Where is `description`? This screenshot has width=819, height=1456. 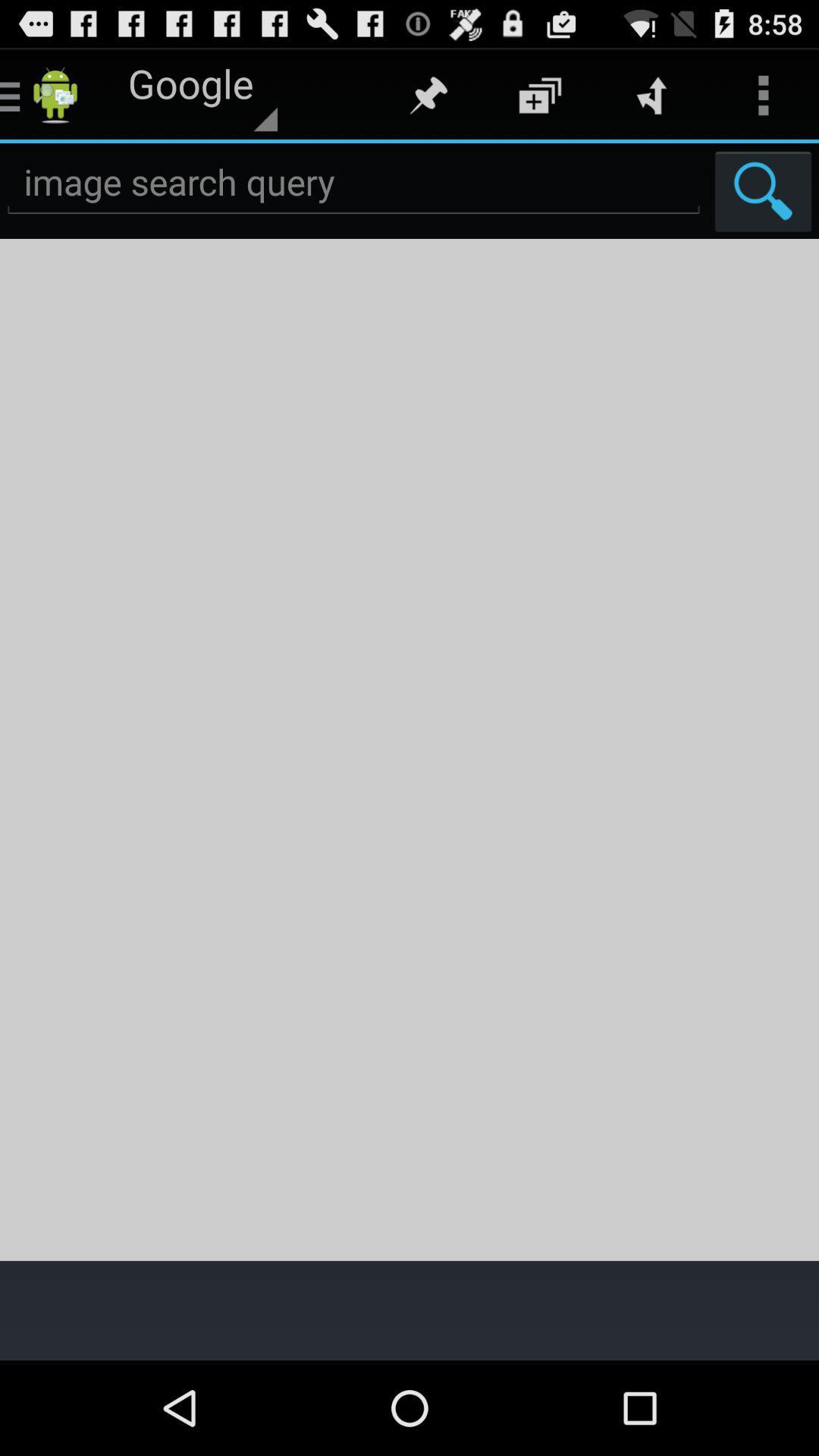 description is located at coordinates (409, 749).